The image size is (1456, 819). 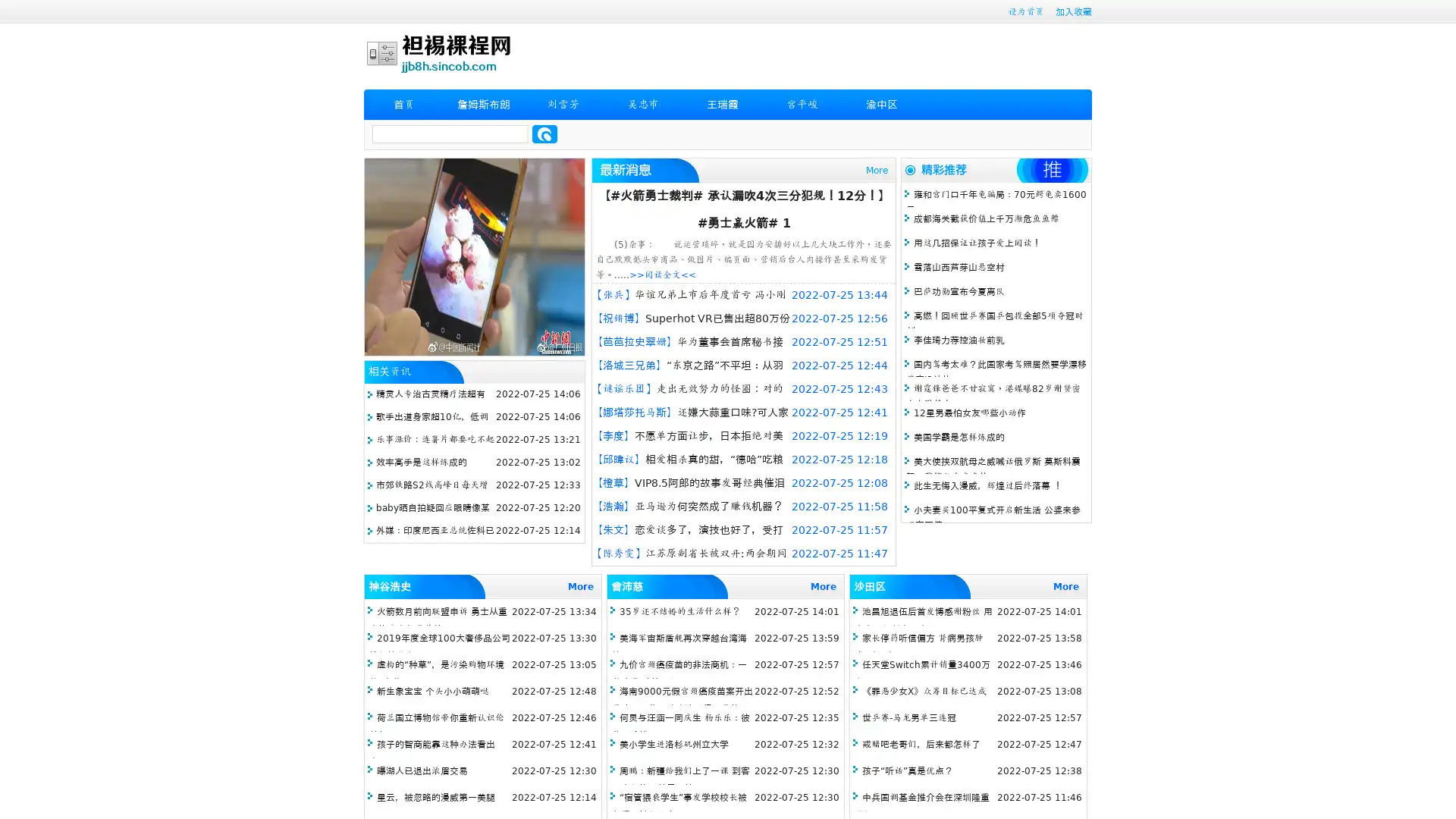 I want to click on Search, so click(x=544, y=133).